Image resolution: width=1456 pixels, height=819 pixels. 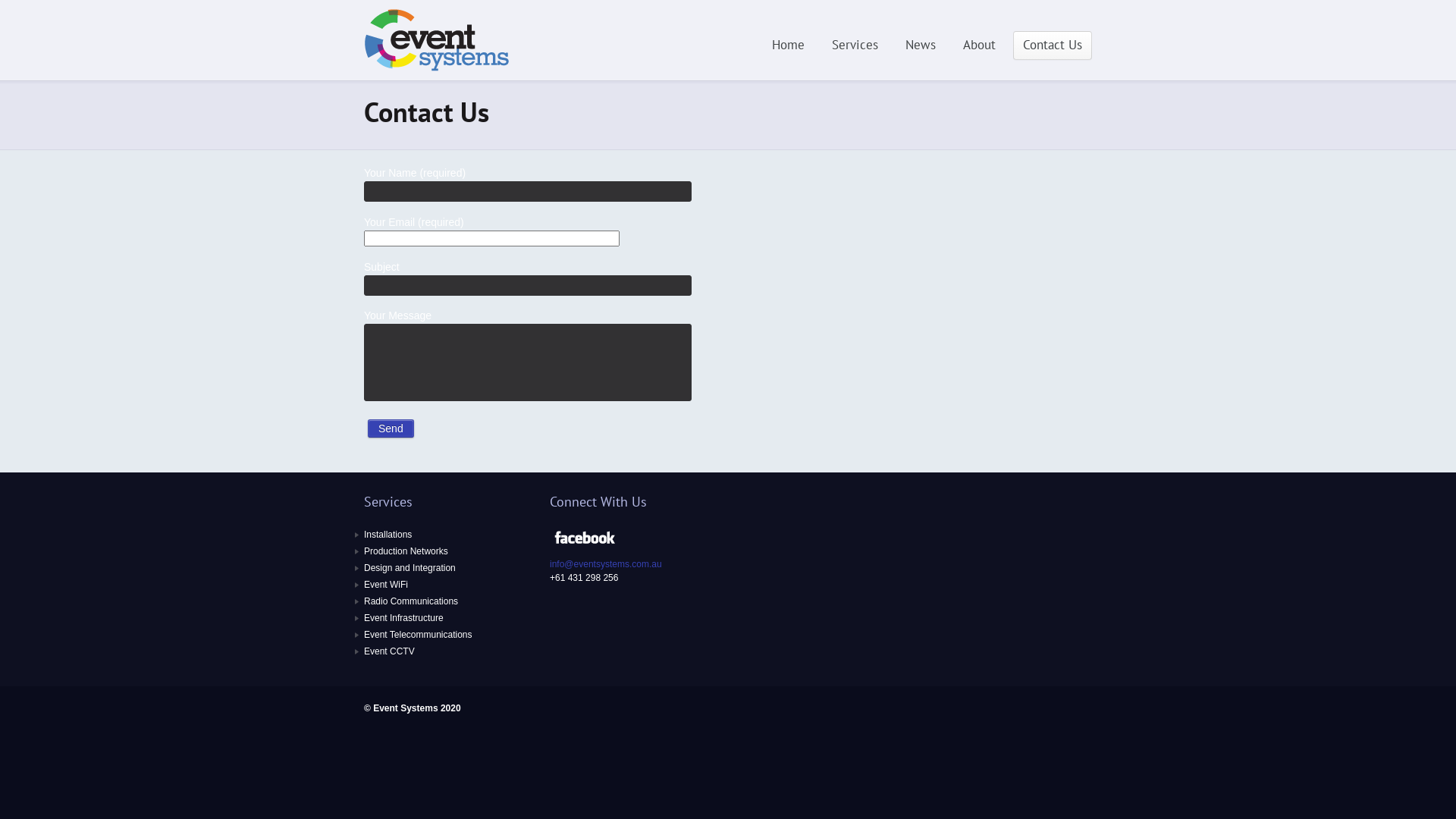 What do you see at coordinates (411, 601) in the screenshot?
I see `'Radio Communications'` at bounding box center [411, 601].